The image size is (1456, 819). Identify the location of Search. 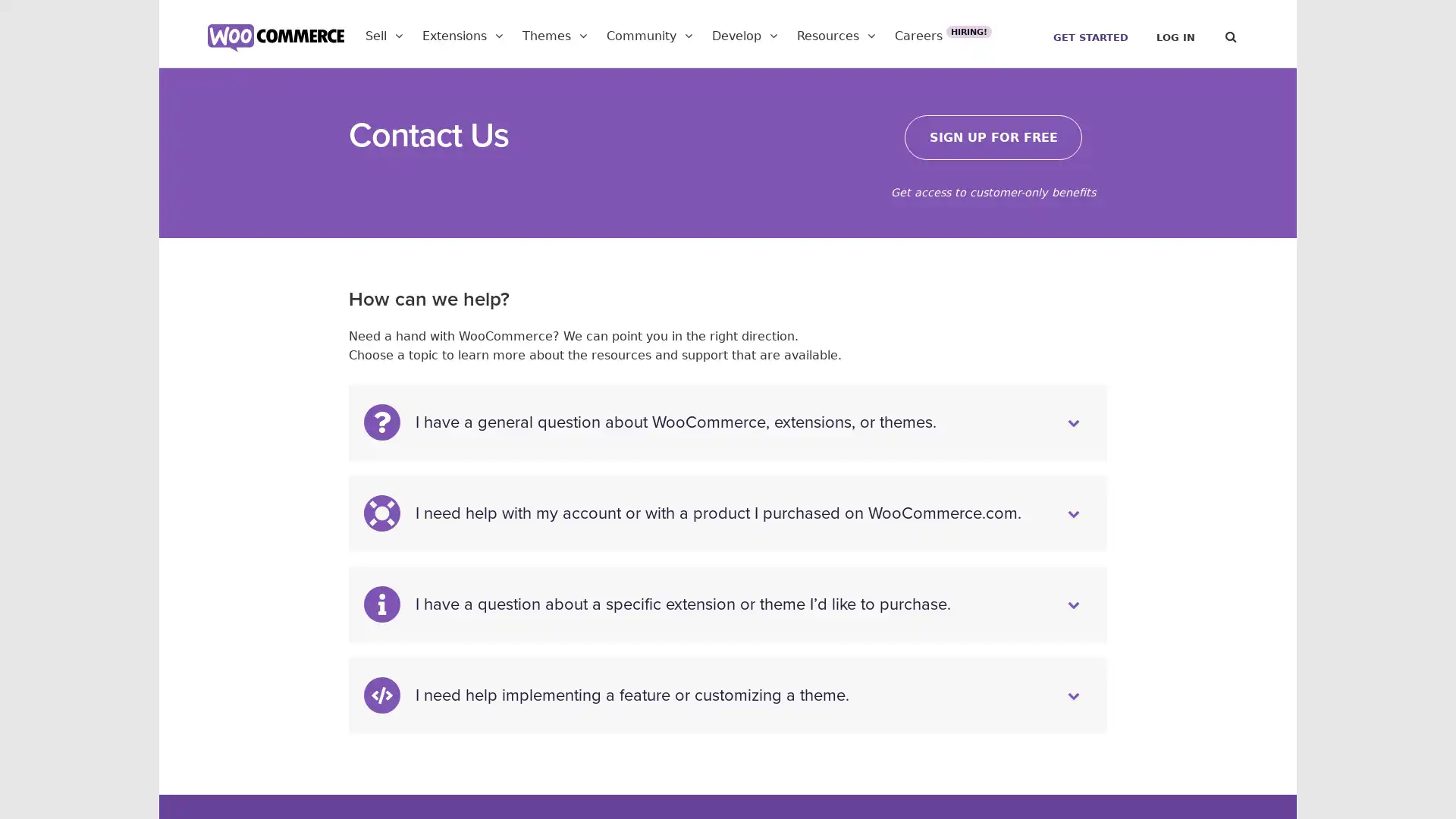
(1231, 36).